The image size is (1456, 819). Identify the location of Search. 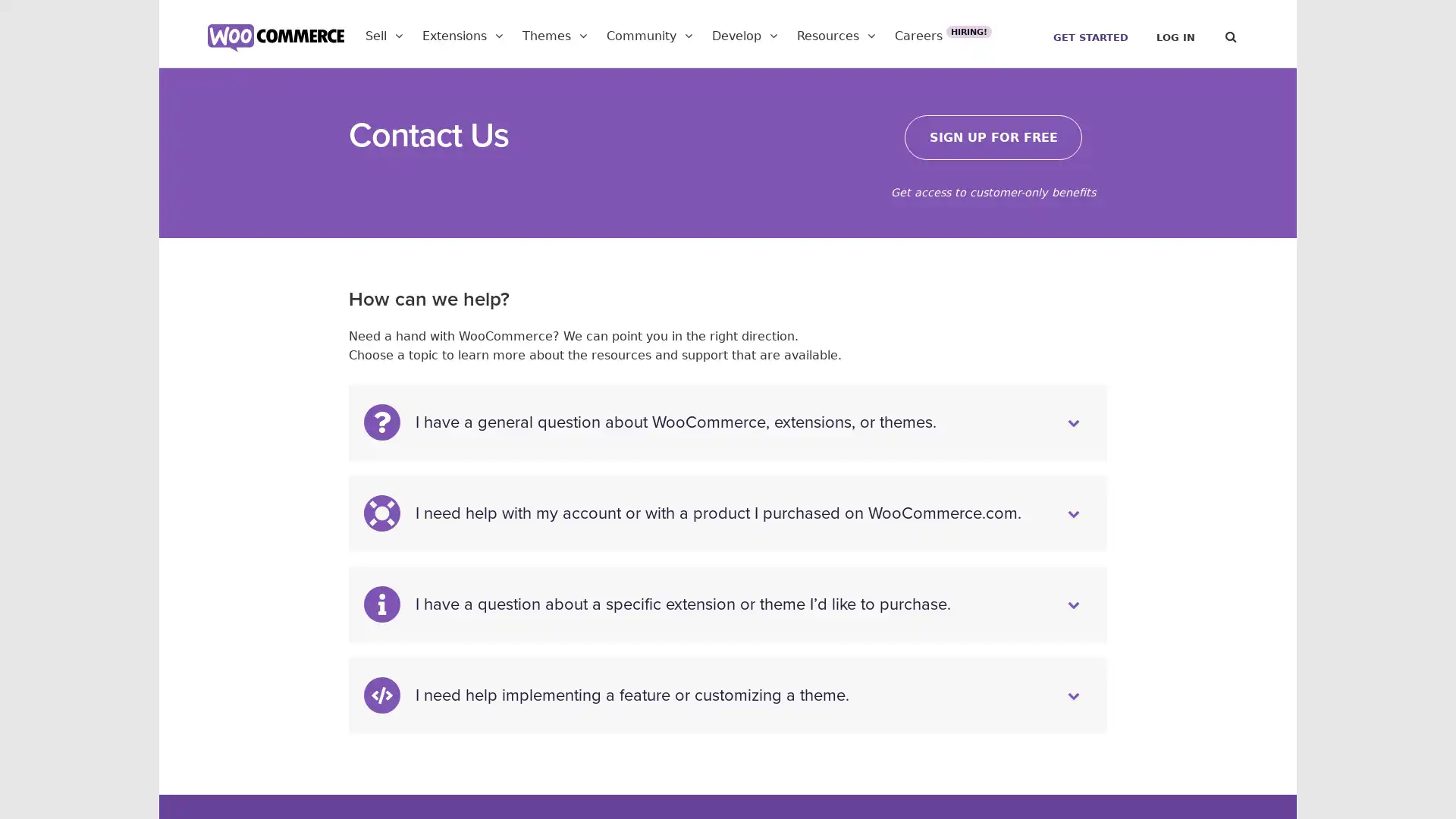
(1231, 36).